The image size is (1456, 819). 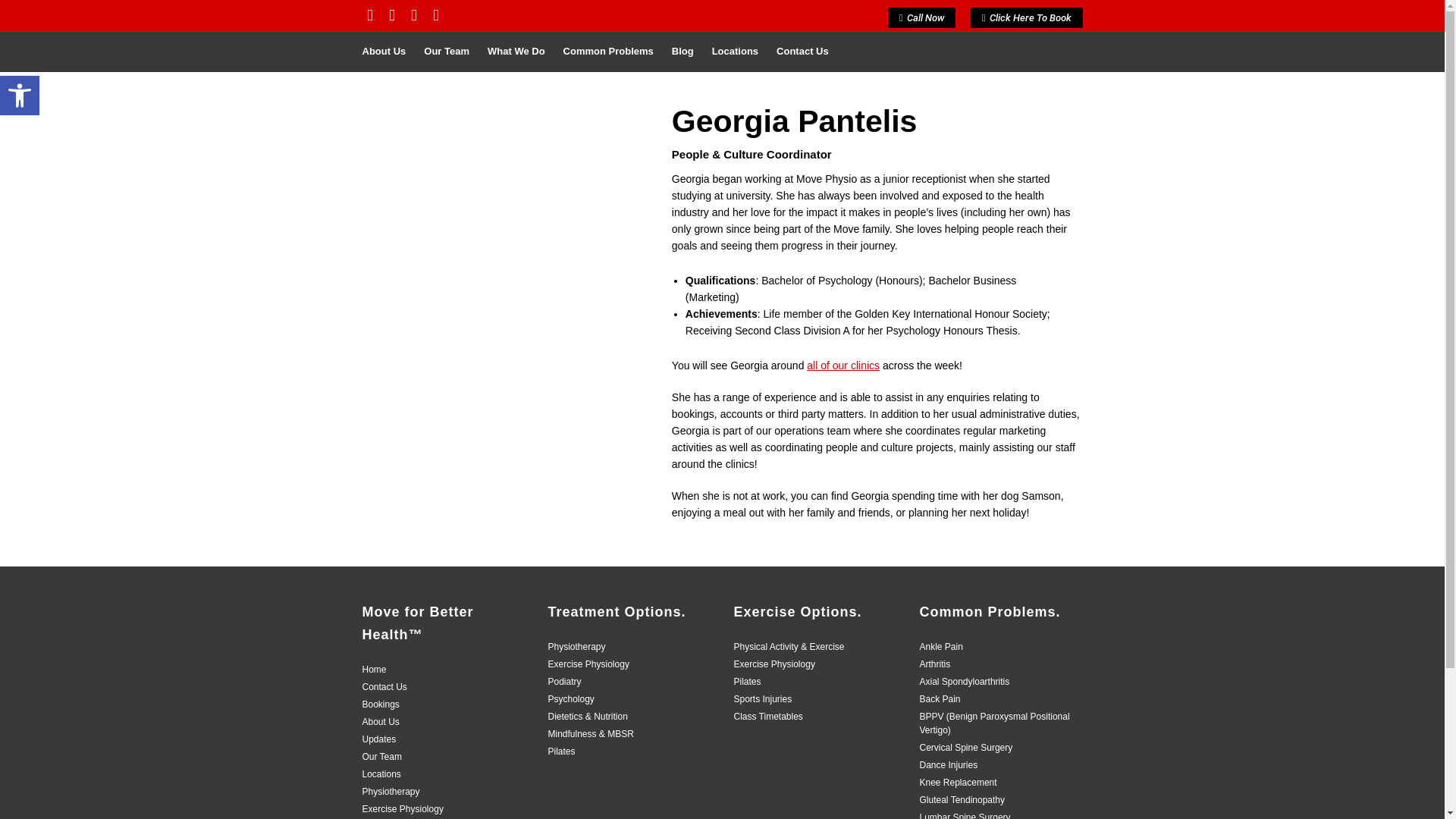 I want to click on 'What We Do', so click(x=516, y=51).